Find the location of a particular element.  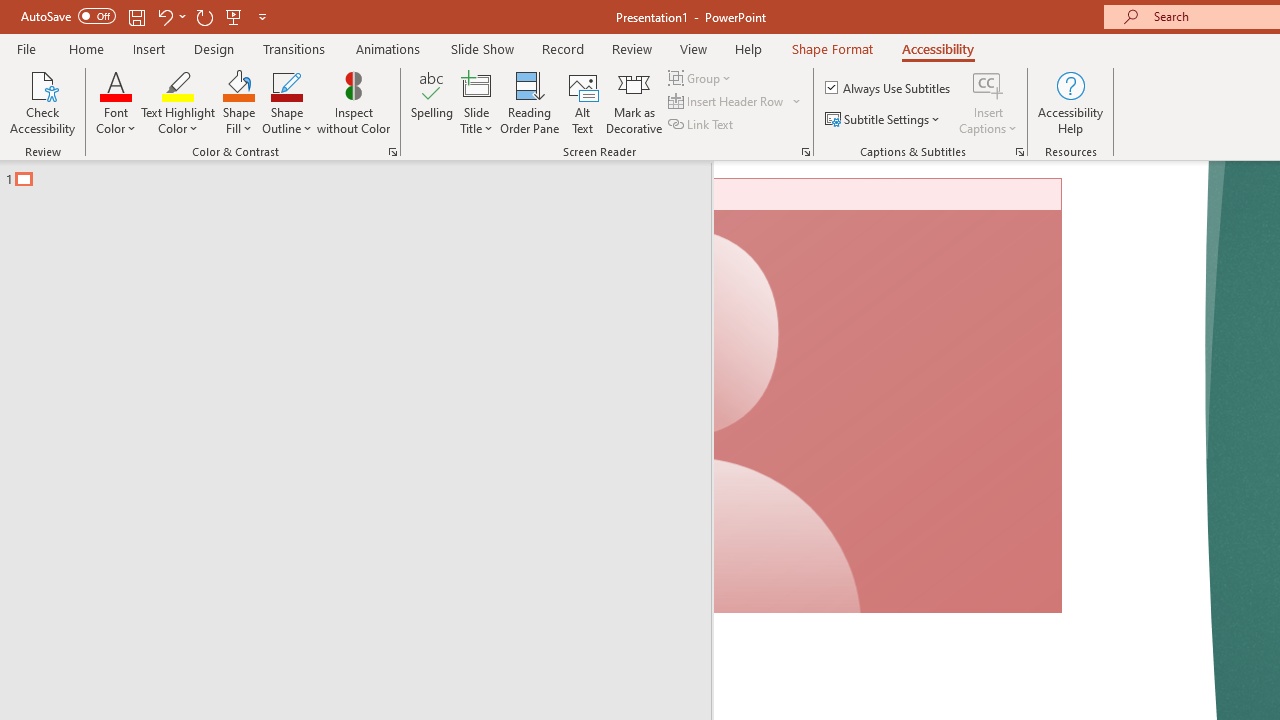

'Text Highlight Color Yellow' is located at coordinates (178, 84).